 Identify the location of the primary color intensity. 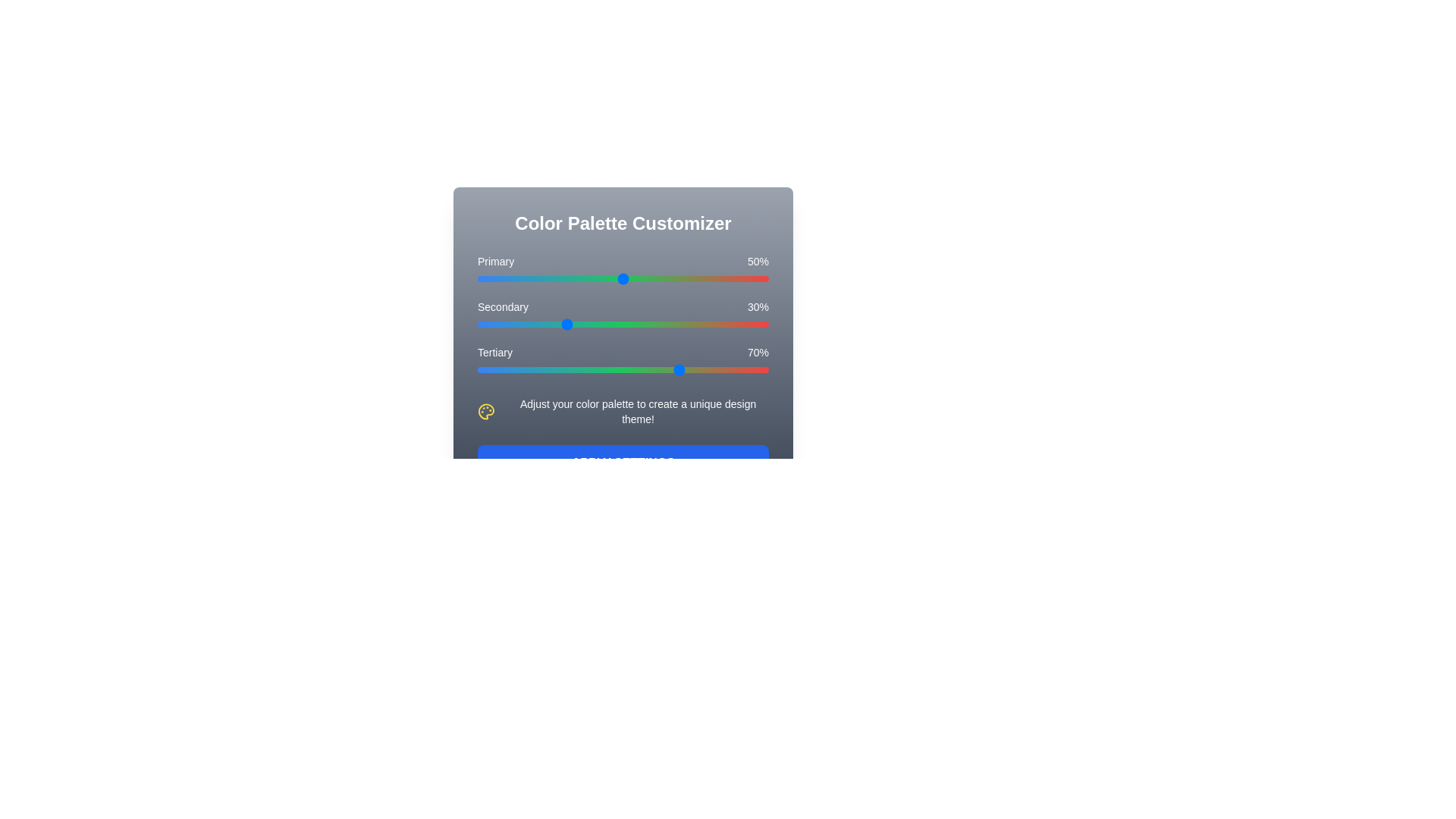
(686, 278).